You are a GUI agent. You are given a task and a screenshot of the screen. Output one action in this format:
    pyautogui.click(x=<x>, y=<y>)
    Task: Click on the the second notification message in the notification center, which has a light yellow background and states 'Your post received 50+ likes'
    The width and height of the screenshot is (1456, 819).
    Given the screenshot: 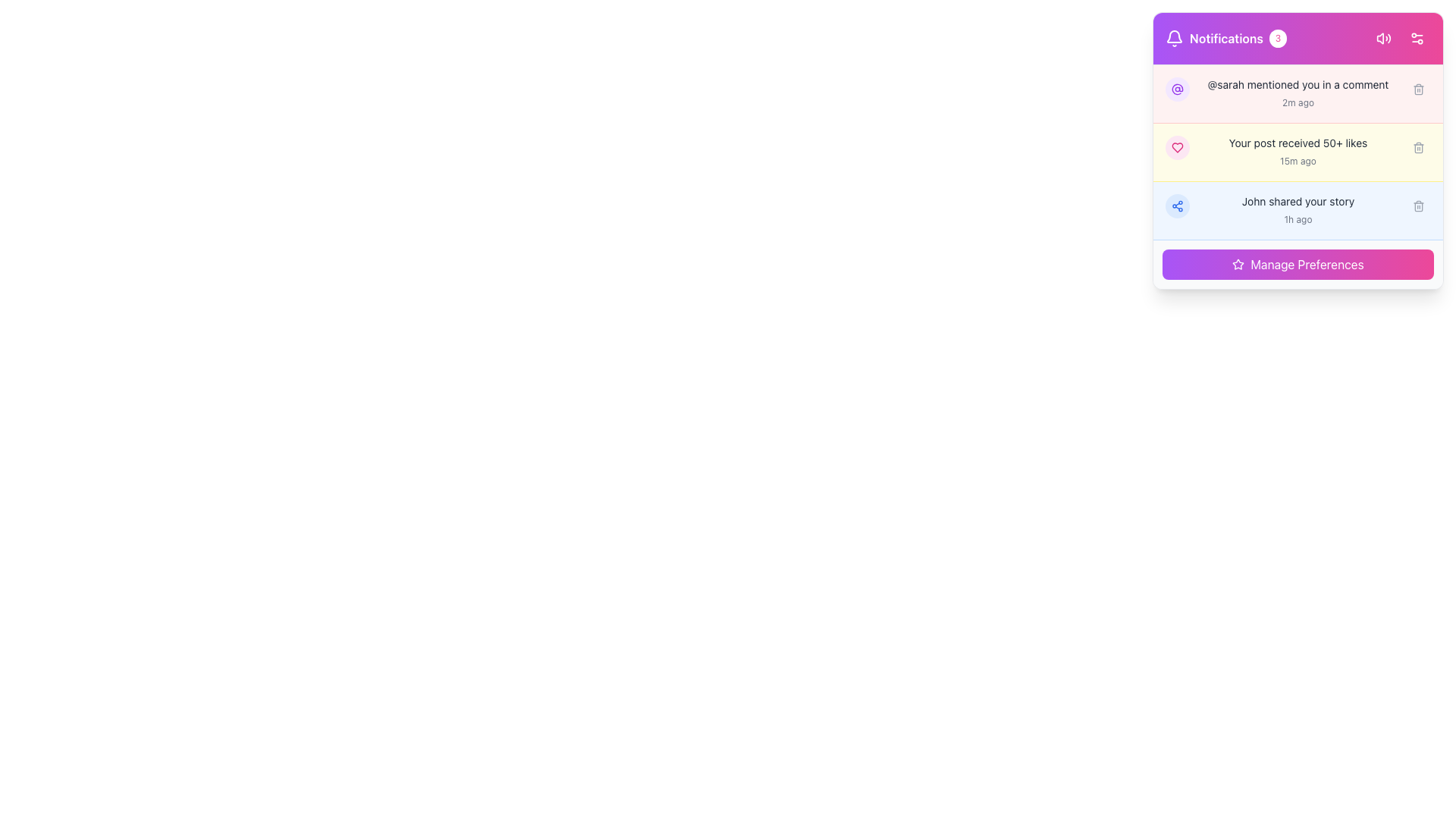 What is the action you would take?
    pyautogui.click(x=1298, y=152)
    